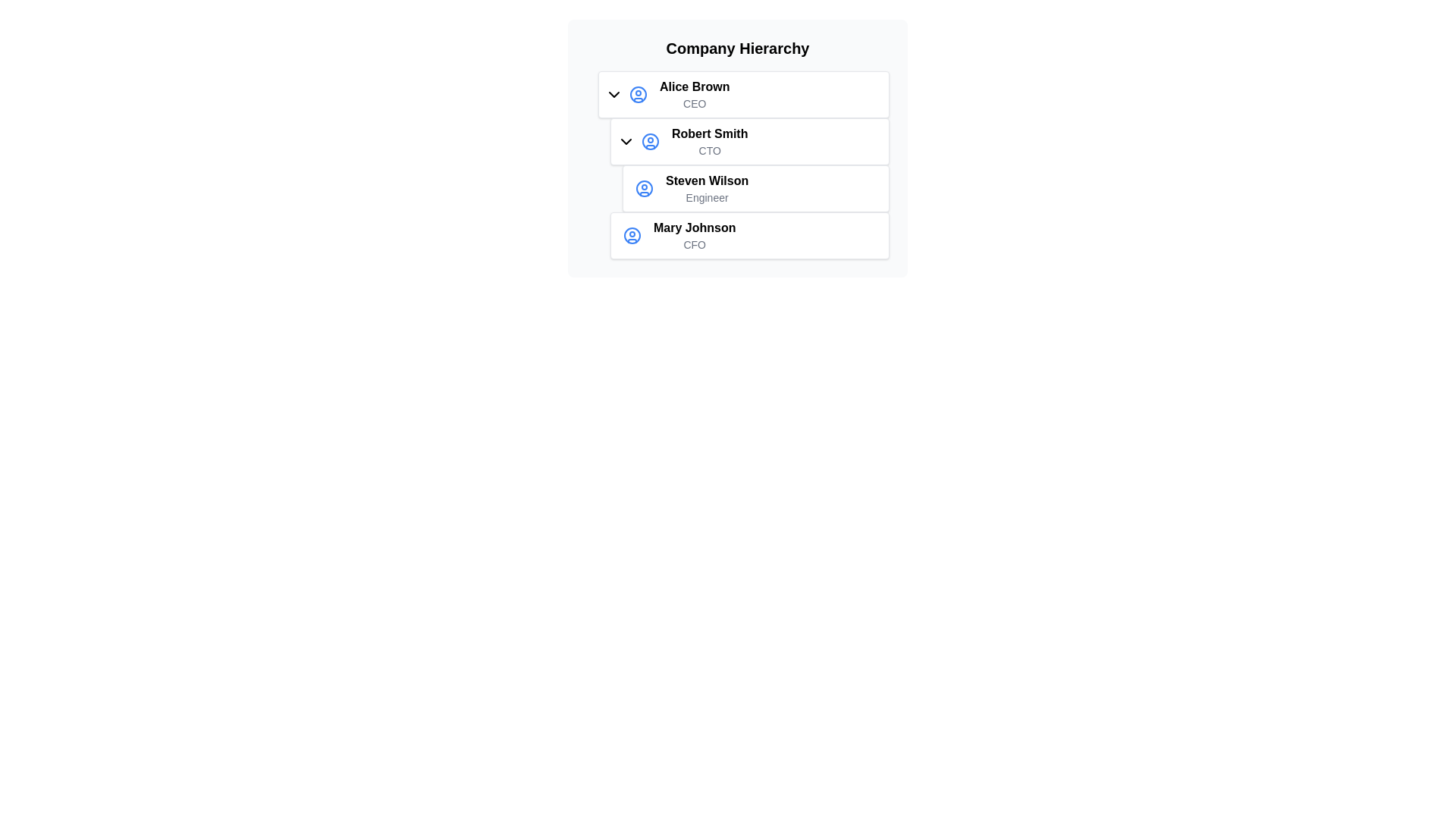 This screenshot has height=819, width=1456. What do you see at coordinates (651, 141) in the screenshot?
I see `the user associated with the 'Robert Smith CTO' entry` at bounding box center [651, 141].